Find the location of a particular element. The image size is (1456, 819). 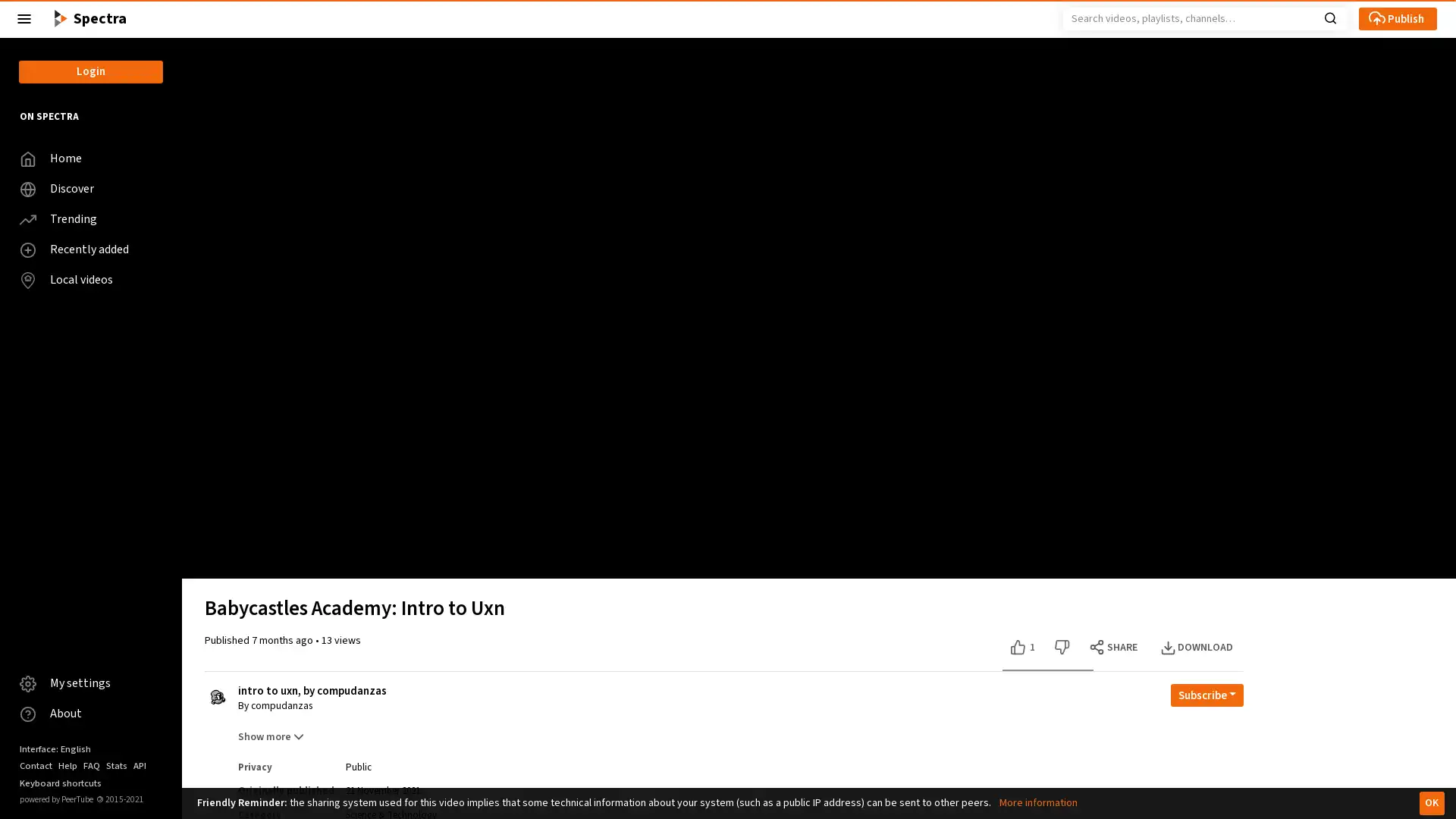

DOWNLOAD is located at coordinates (1197, 647).